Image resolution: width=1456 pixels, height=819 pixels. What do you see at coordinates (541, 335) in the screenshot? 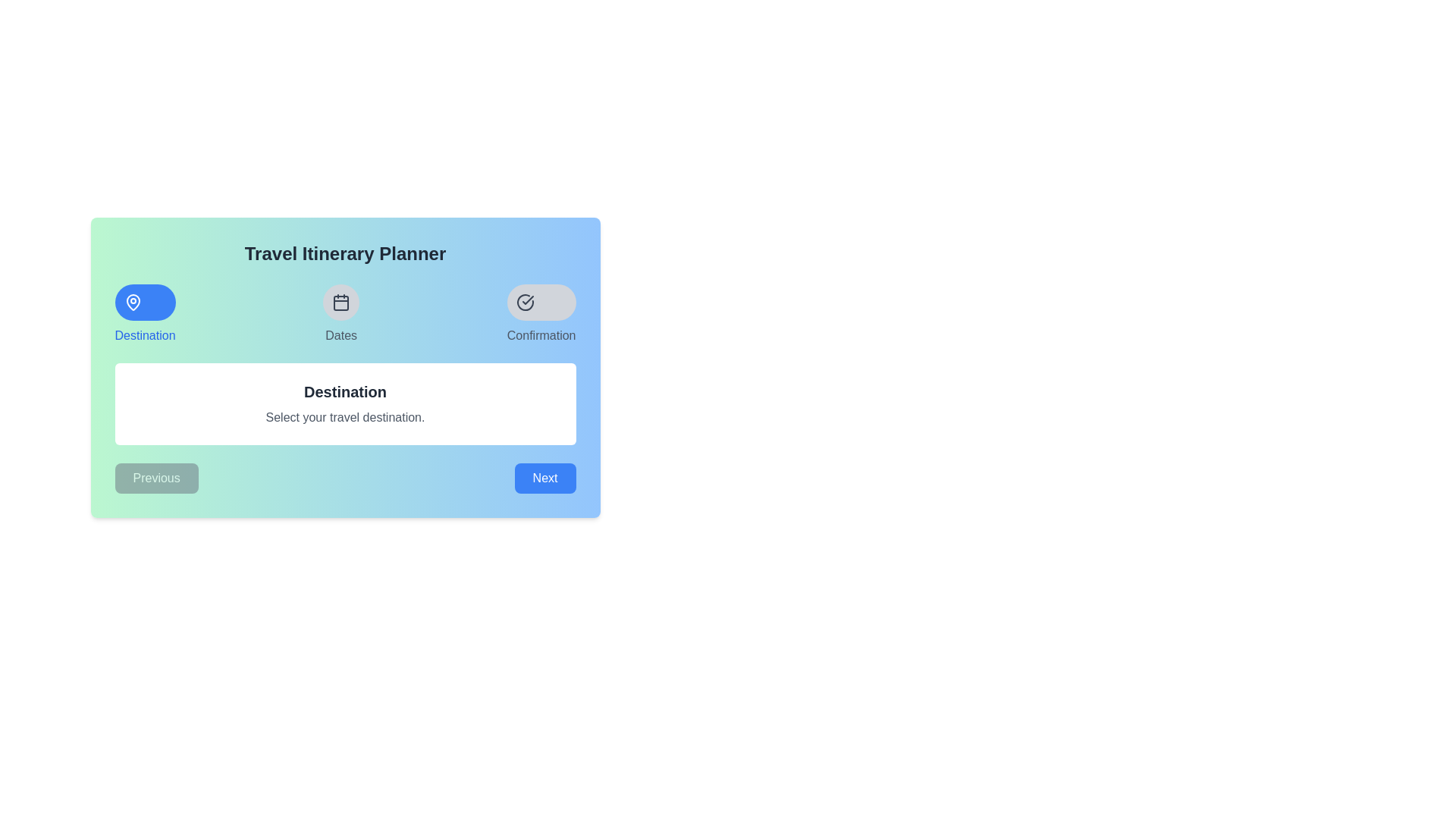
I see `the text label that indicates the purpose of the button above it, located in the upper-right side of the interface, directly beneath the round icon` at bounding box center [541, 335].